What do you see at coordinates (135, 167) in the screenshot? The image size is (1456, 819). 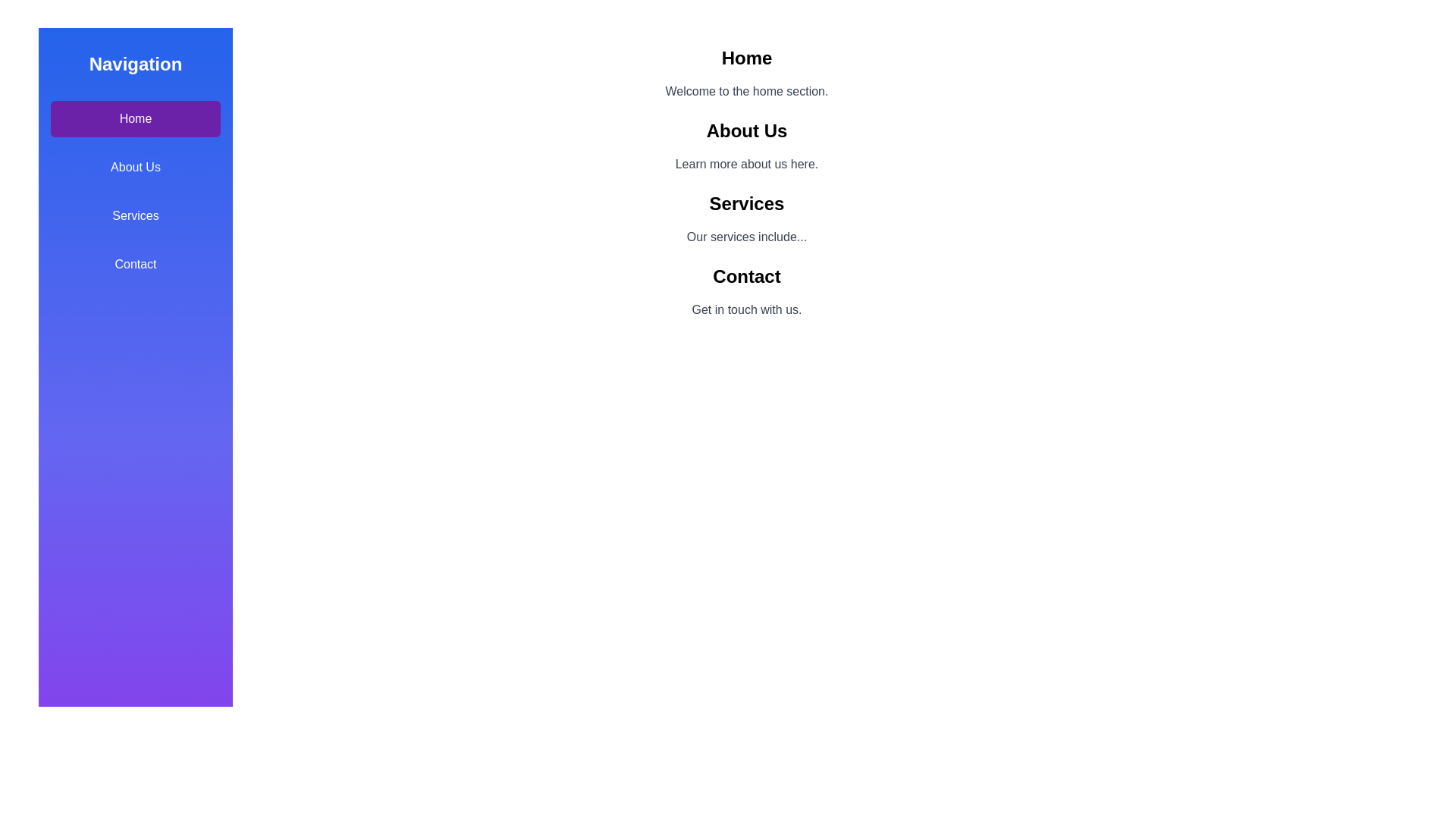 I see `the 'About Us' navigation link, which is the second element in the vertically stacked navigation menu, to redirect users to the corresponding section` at bounding box center [135, 167].